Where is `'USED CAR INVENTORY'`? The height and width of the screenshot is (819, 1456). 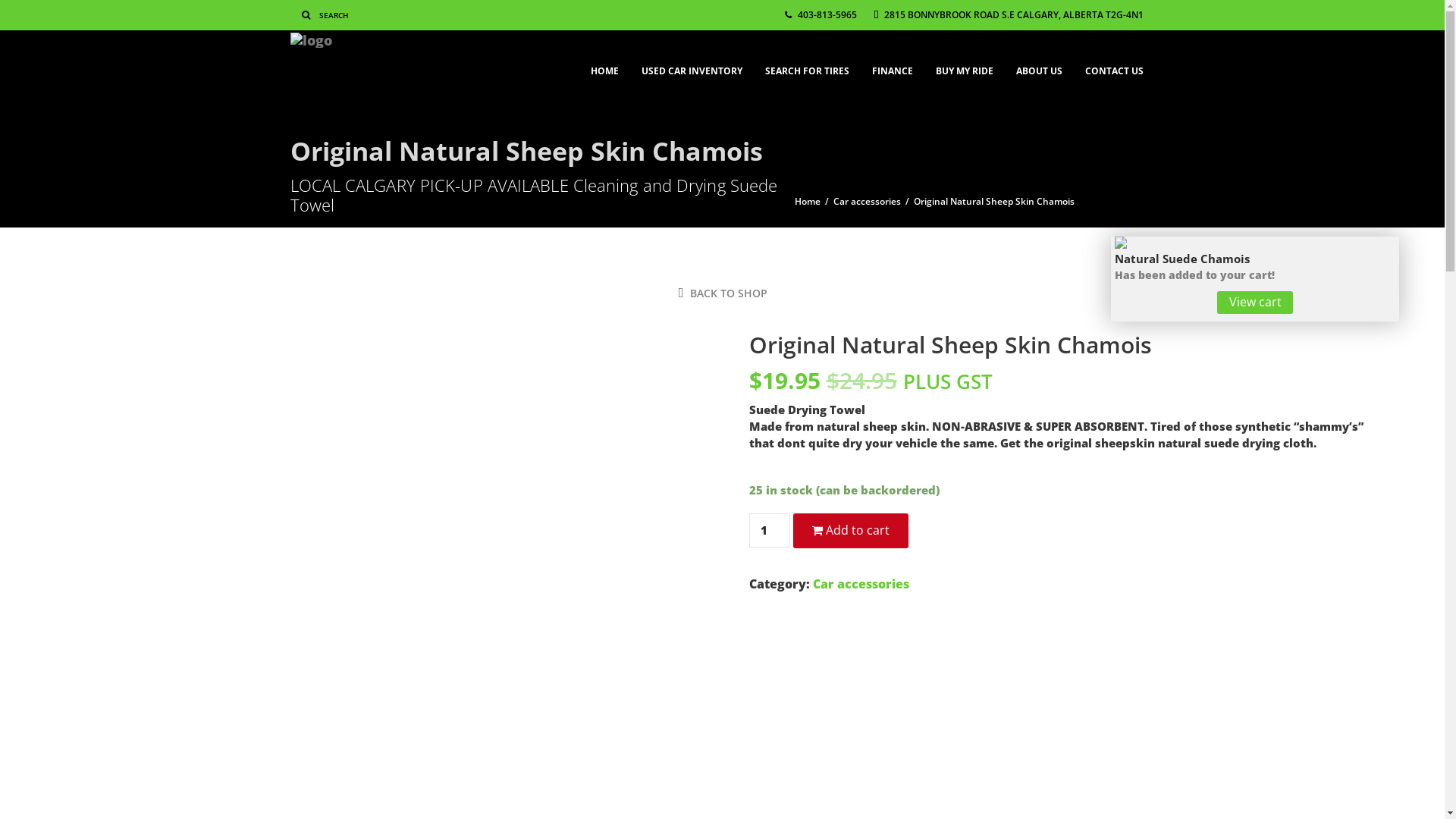
'USED CAR INVENTORY' is located at coordinates (690, 63).